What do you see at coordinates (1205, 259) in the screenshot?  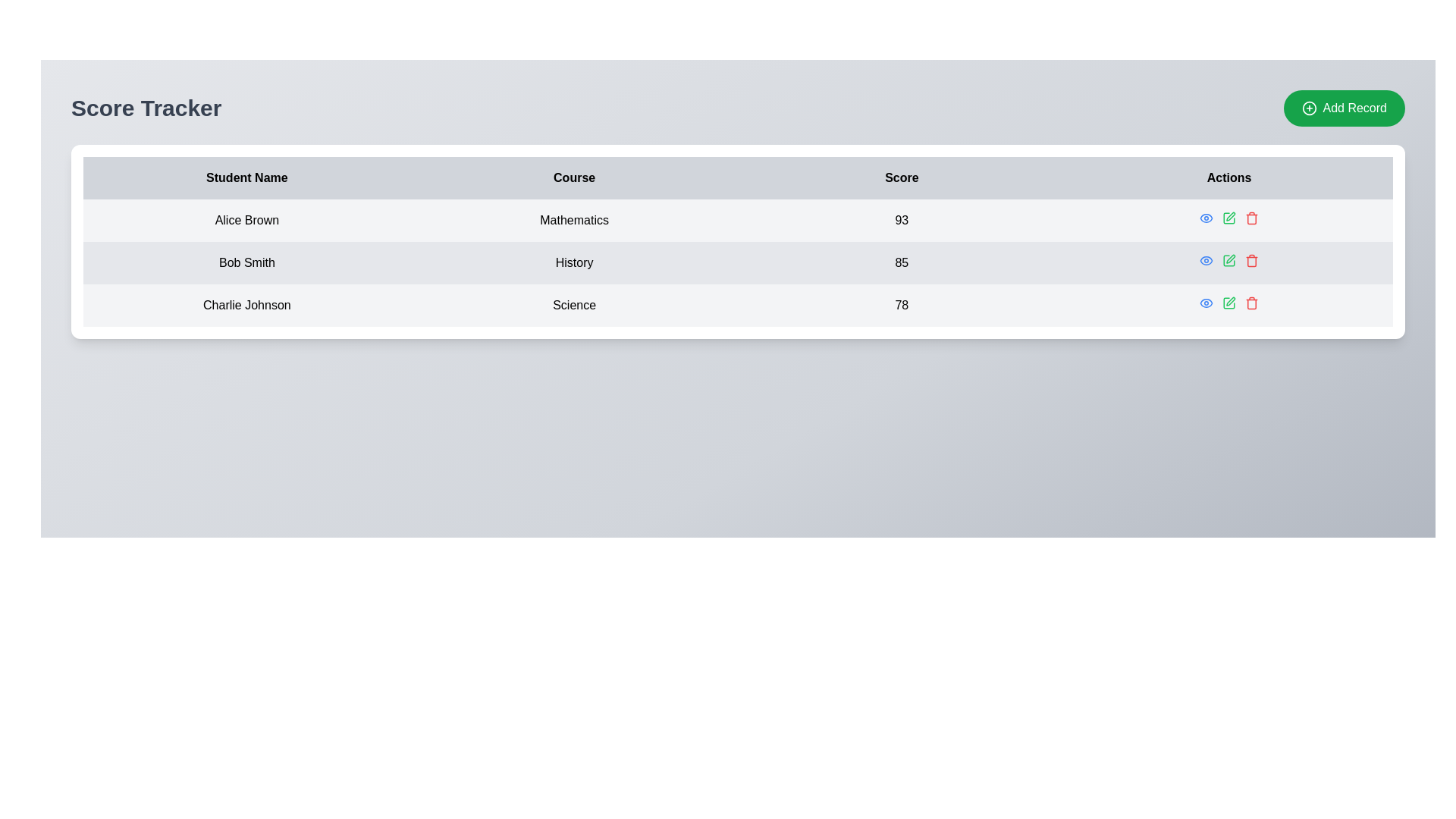 I see `the first icon-based button in the 'Actions' column of the second row in the table` at bounding box center [1205, 259].